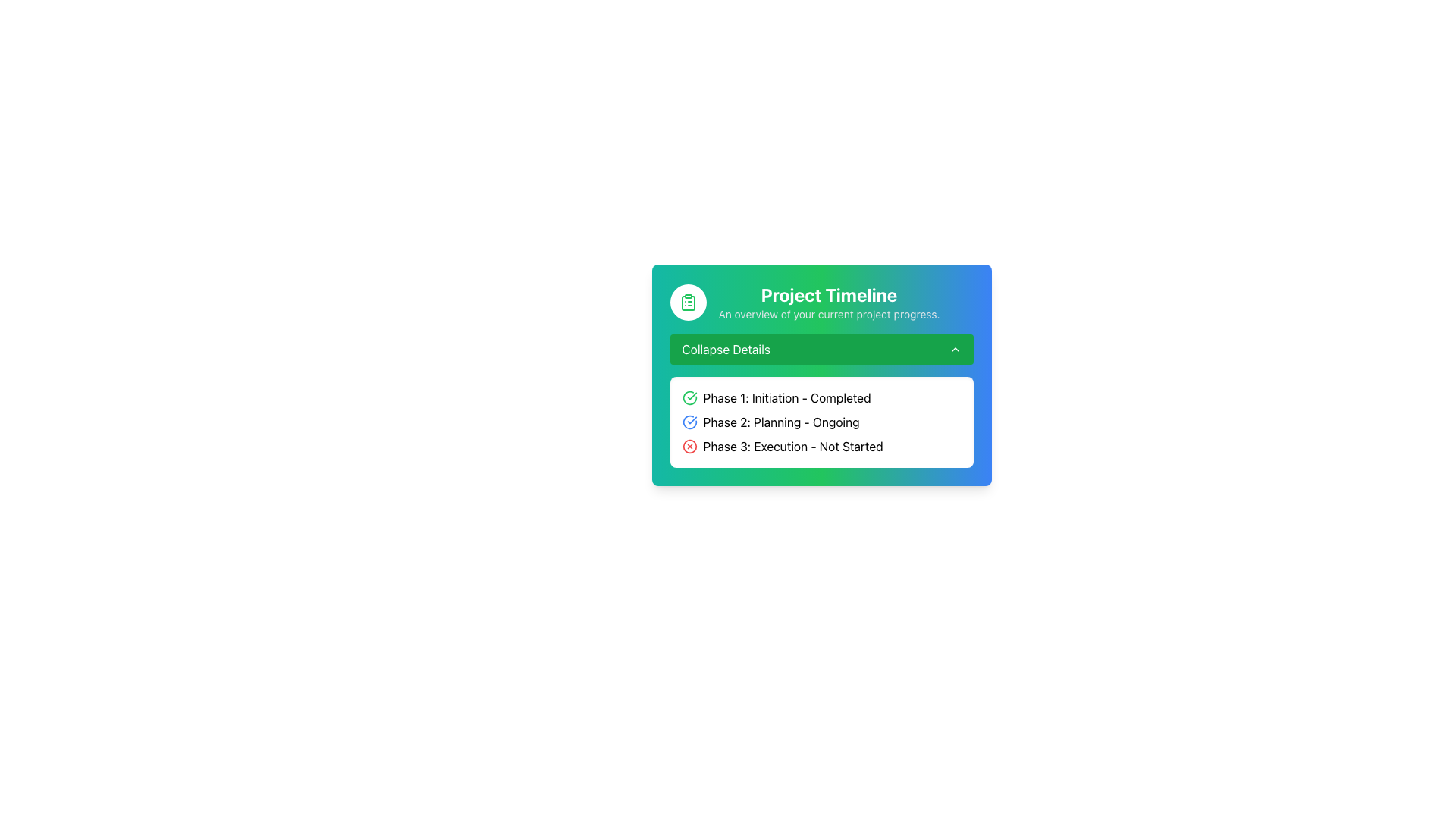  I want to click on text block titled 'Project Timeline', which contains a bold heading and a subtitle, displayed on a green-blue gradient background, positioned at the top of the main project details panel, so click(828, 302).